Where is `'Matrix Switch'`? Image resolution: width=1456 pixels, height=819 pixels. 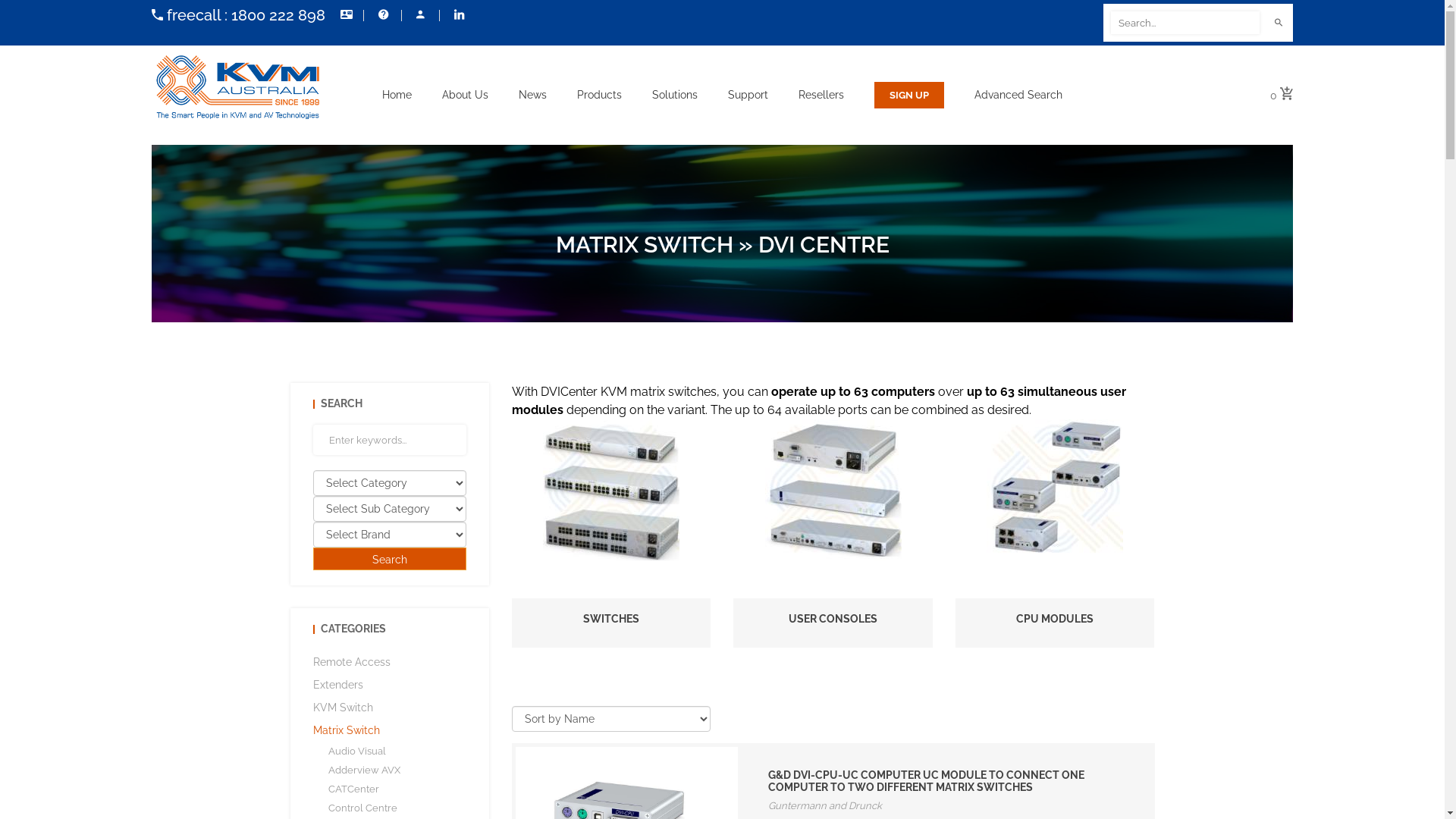 'Matrix Switch' is located at coordinates (345, 730).